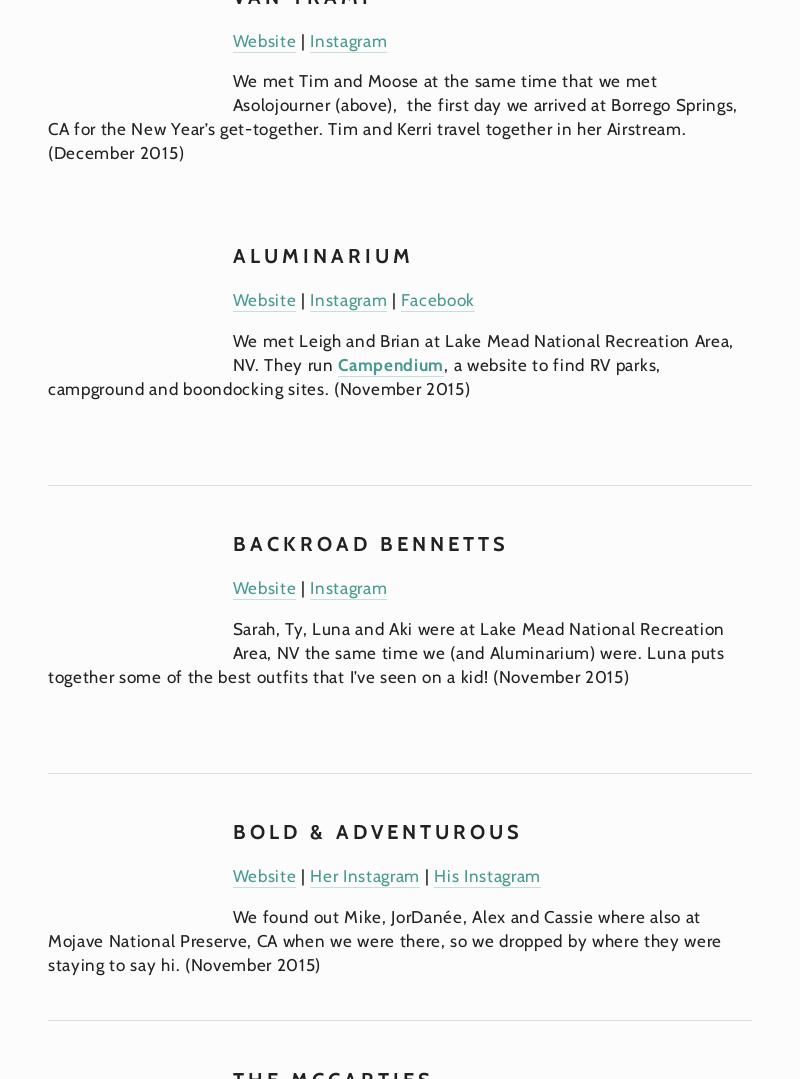 This screenshot has width=800, height=1079. I want to click on 'Campendium', so click(390, 365).